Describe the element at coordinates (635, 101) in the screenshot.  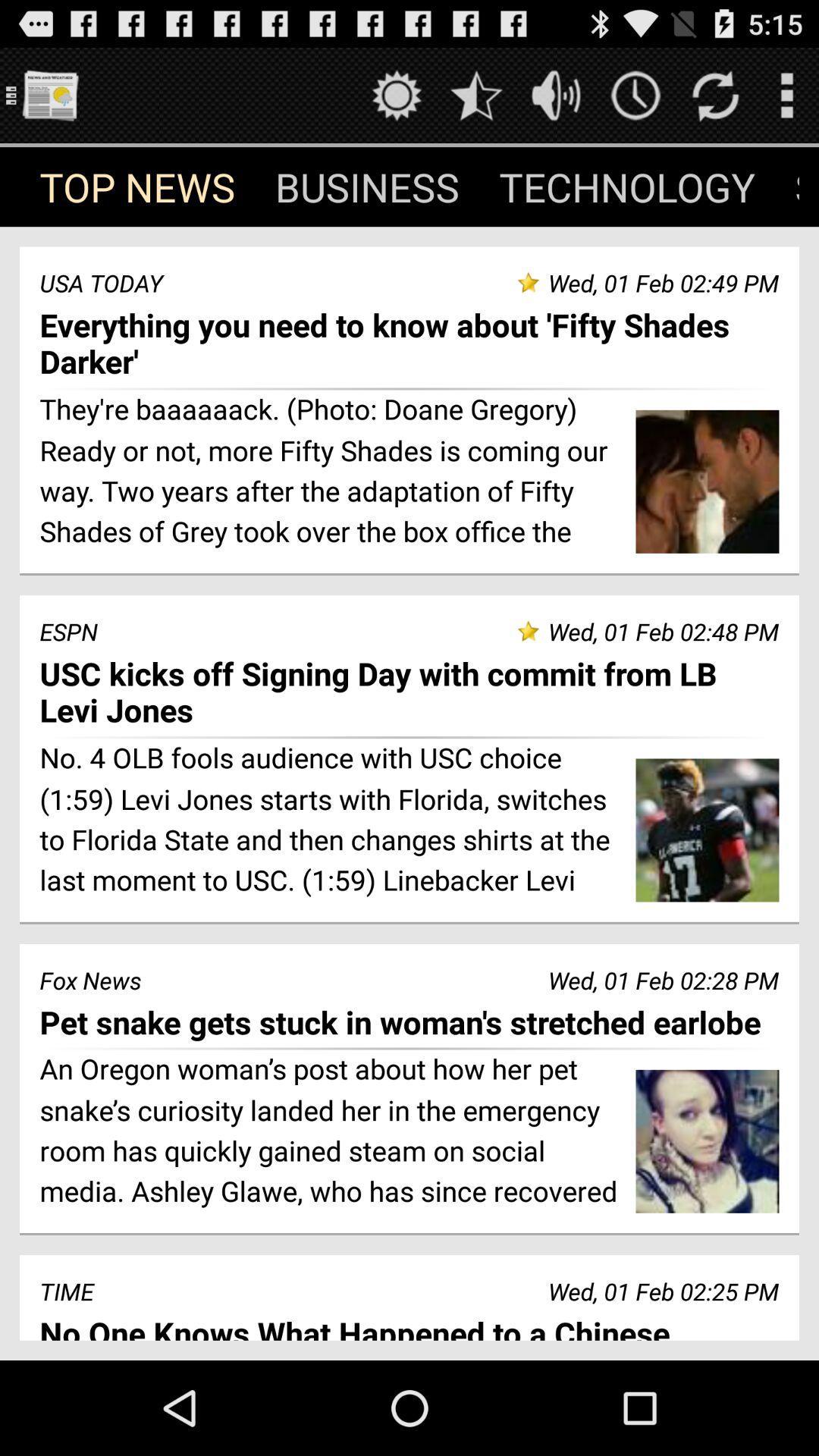
I see `the time icon` at that location.